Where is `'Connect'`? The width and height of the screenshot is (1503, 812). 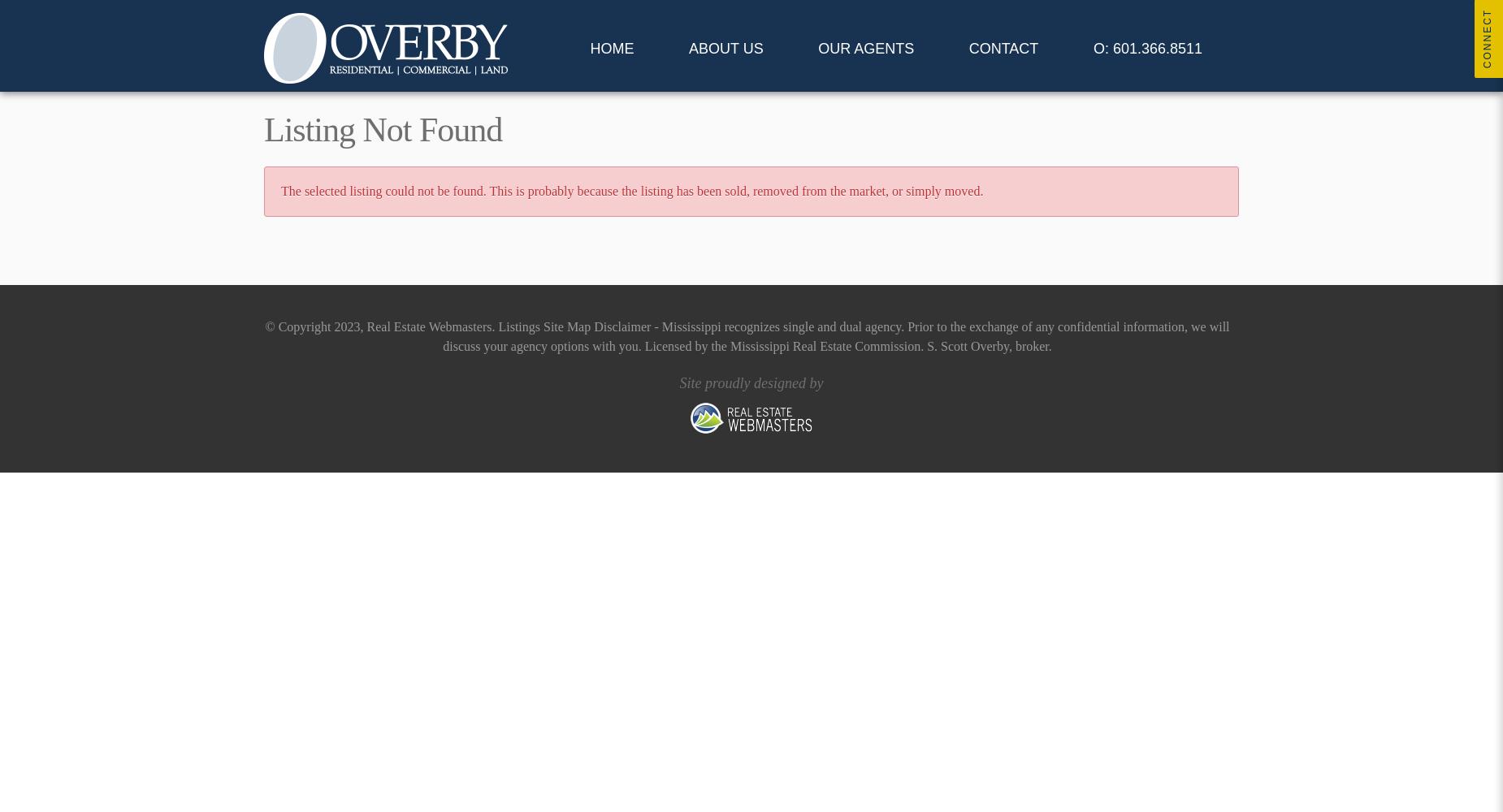 'Connect' is located at coordinates (1487, 38).